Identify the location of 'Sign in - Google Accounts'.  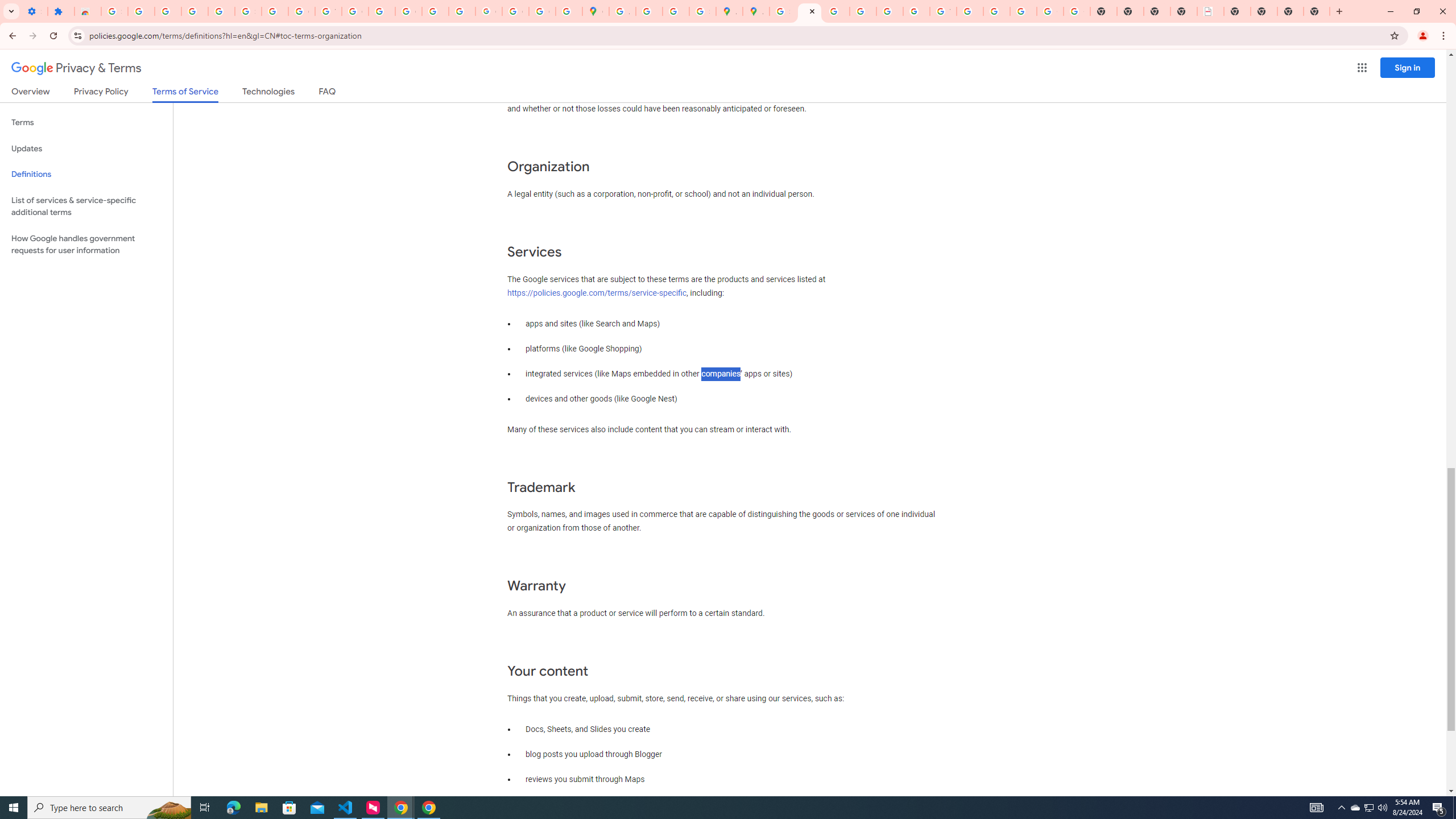
(248, 11).